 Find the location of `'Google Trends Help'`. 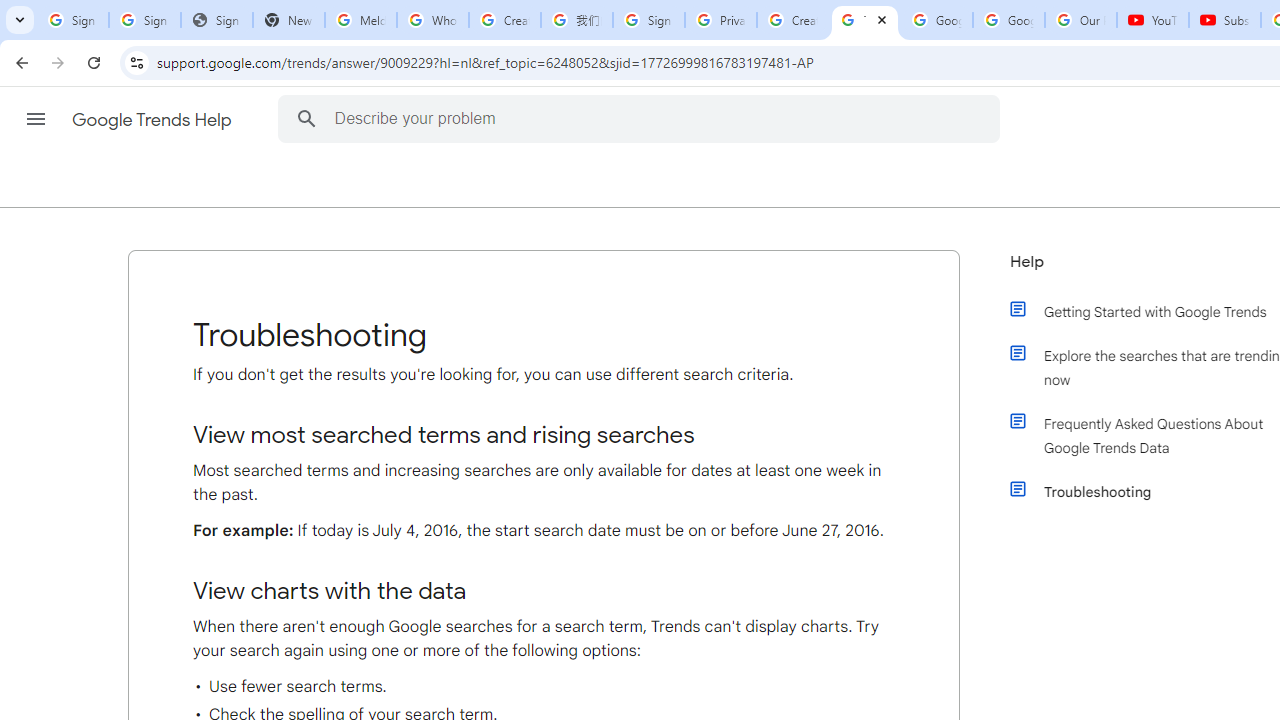

'Google Trends Help' is located at coordinates (152, 119).